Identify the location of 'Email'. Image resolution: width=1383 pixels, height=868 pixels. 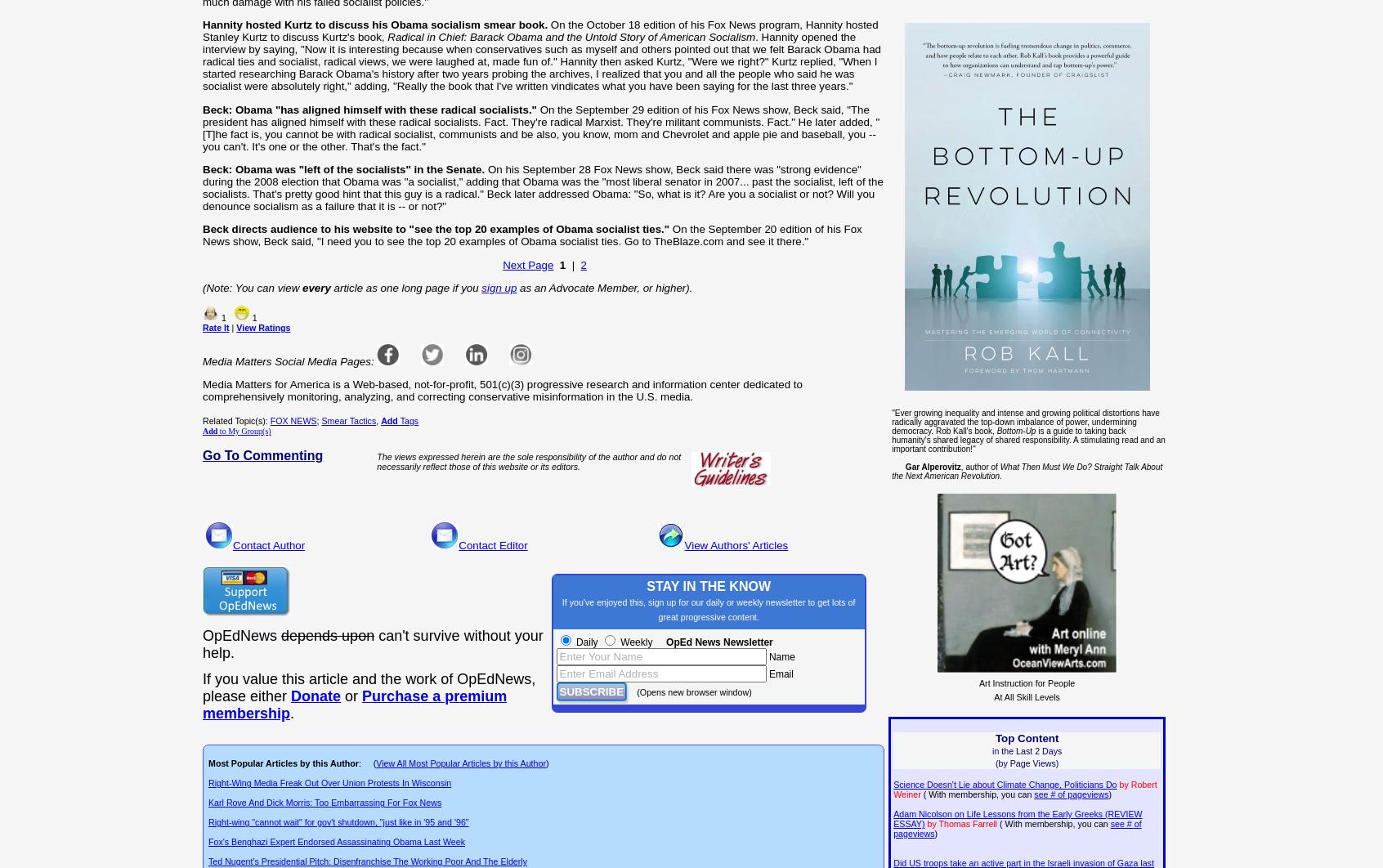
(766, 673).